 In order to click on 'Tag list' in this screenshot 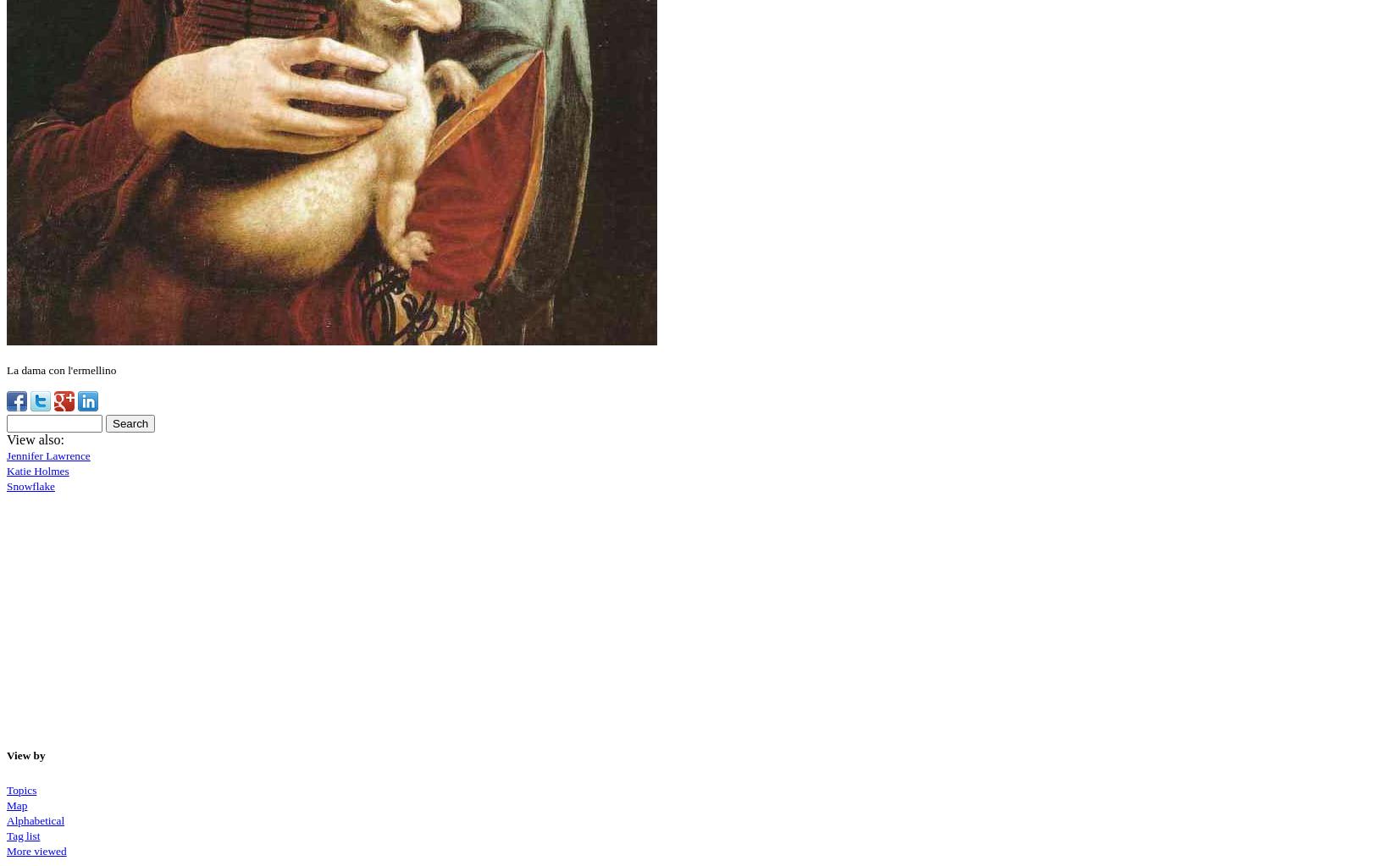, I will do `click(22, 834)`.